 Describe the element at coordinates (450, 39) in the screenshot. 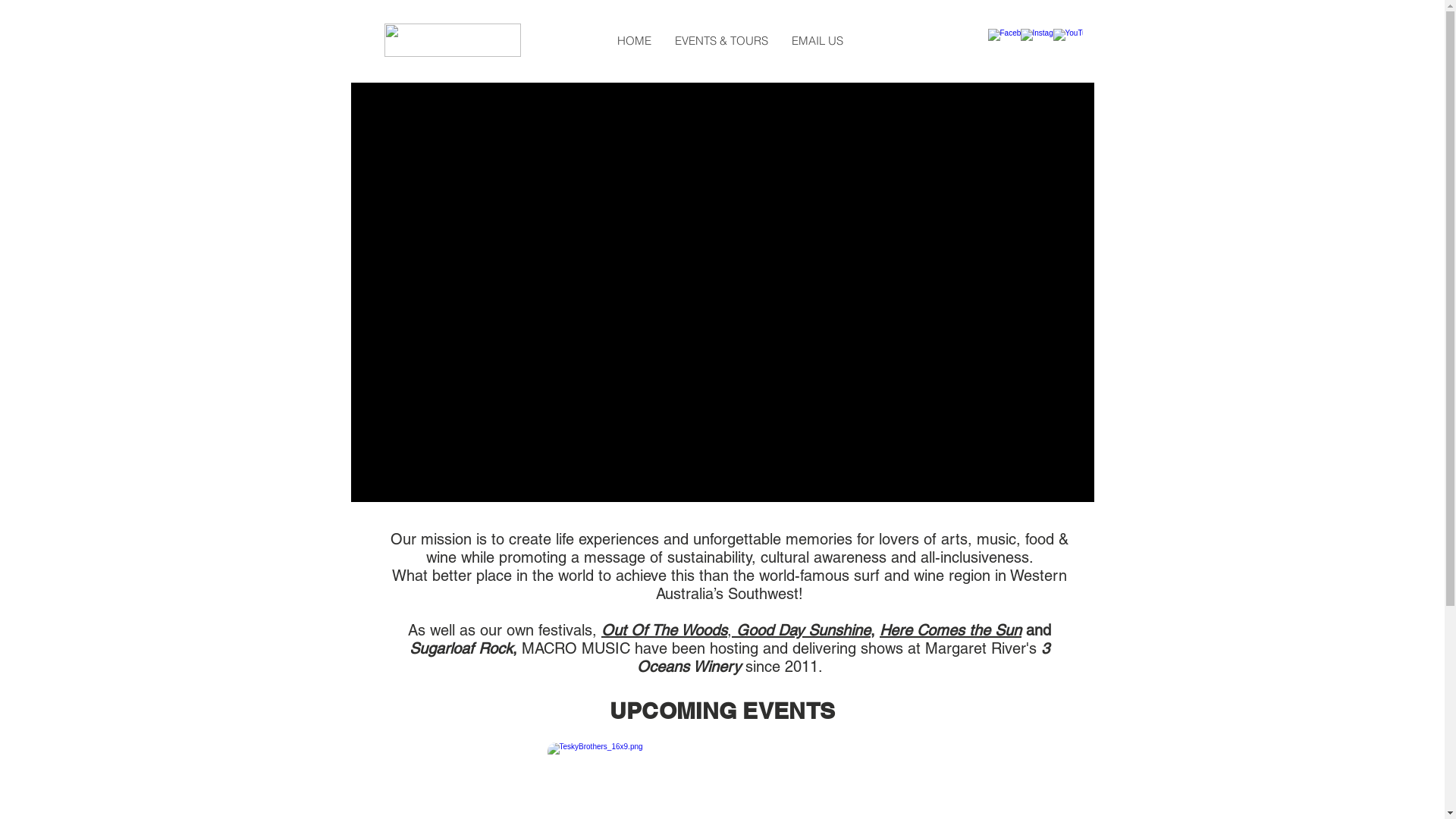

I see `'macro logo.png'` at that location.